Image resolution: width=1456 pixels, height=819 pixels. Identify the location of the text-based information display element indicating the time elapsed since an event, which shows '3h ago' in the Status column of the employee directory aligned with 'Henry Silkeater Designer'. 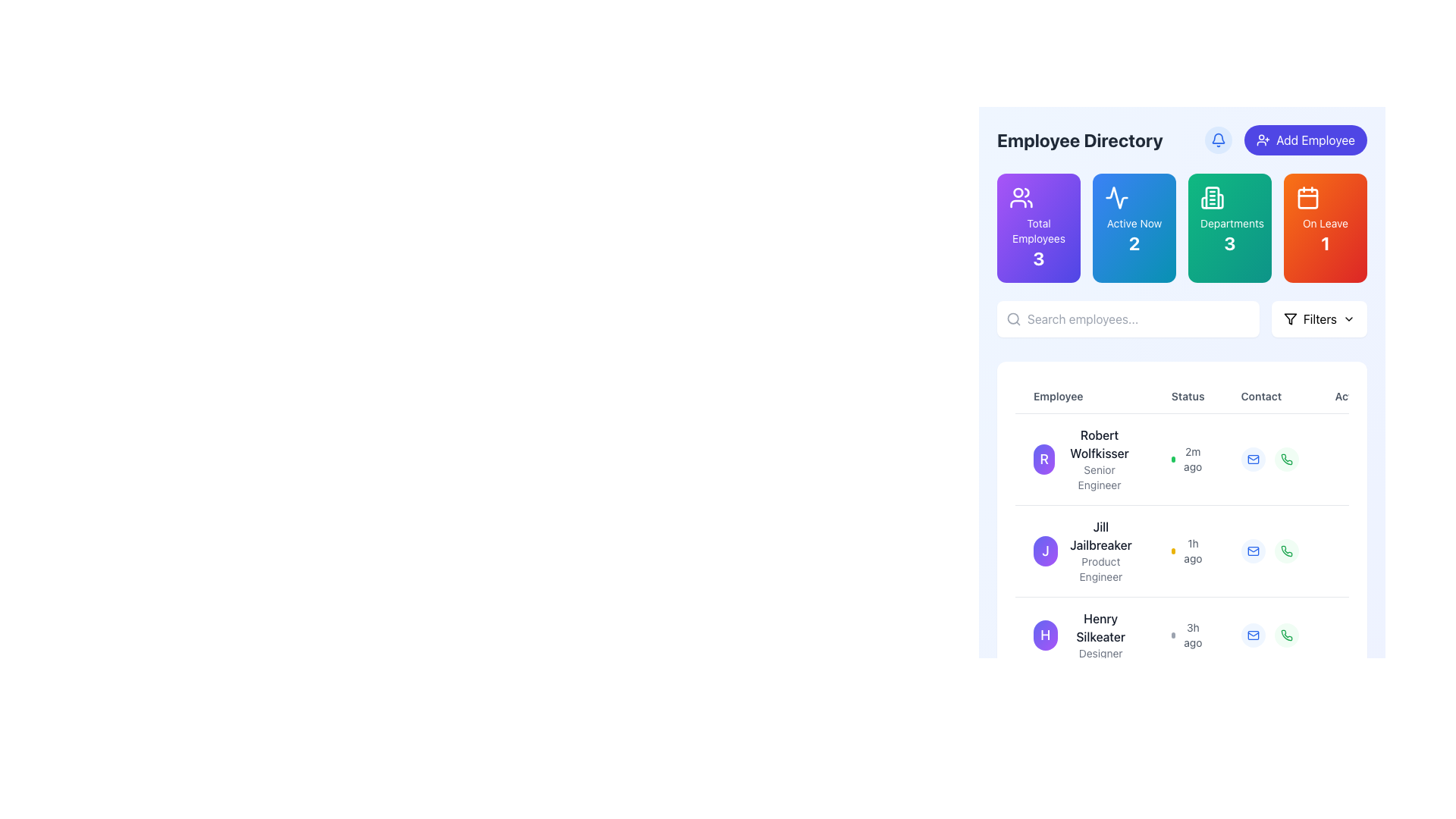
(1187, 635).